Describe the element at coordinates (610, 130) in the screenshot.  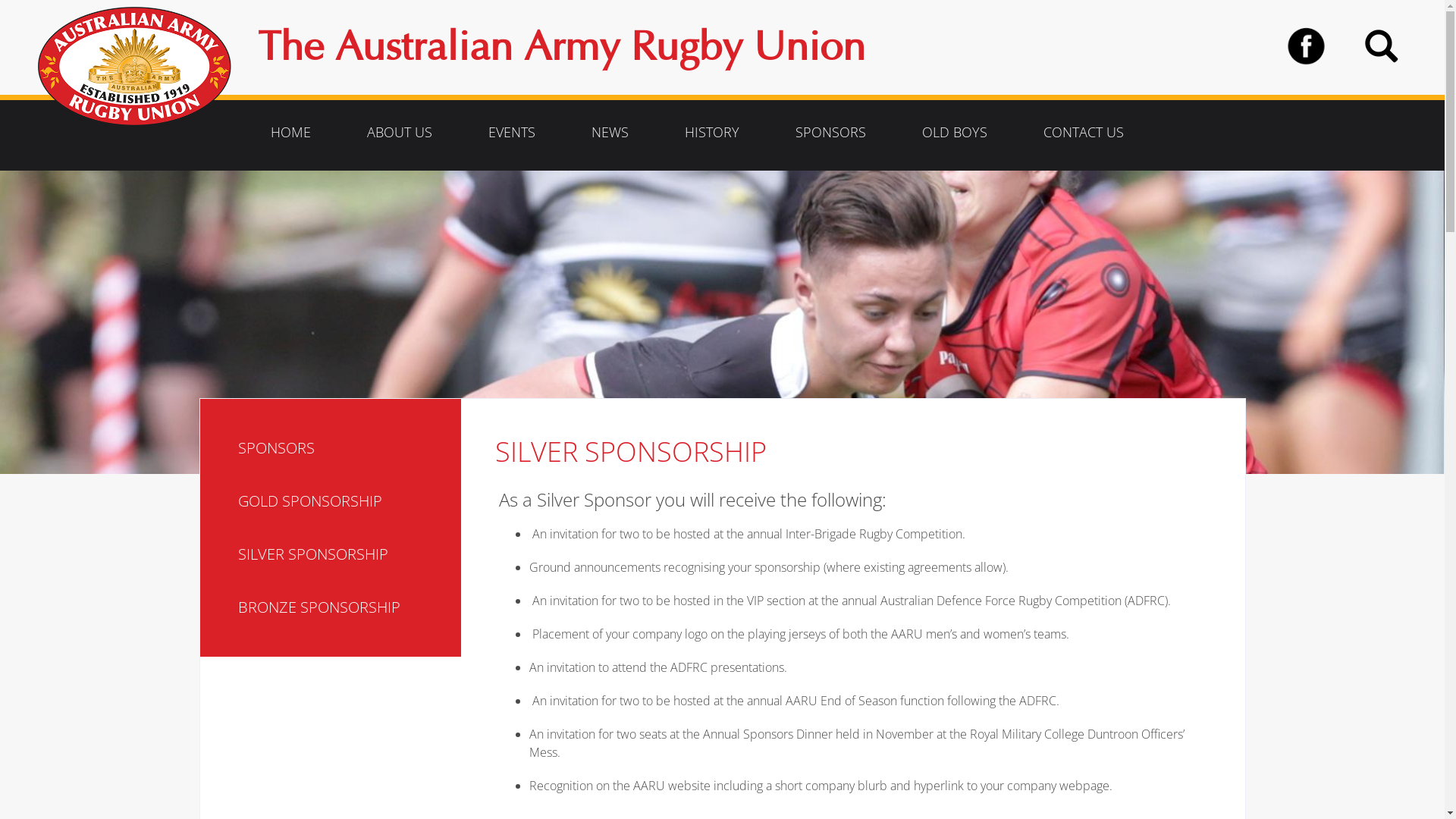
I see `'NEWS'` at that location.